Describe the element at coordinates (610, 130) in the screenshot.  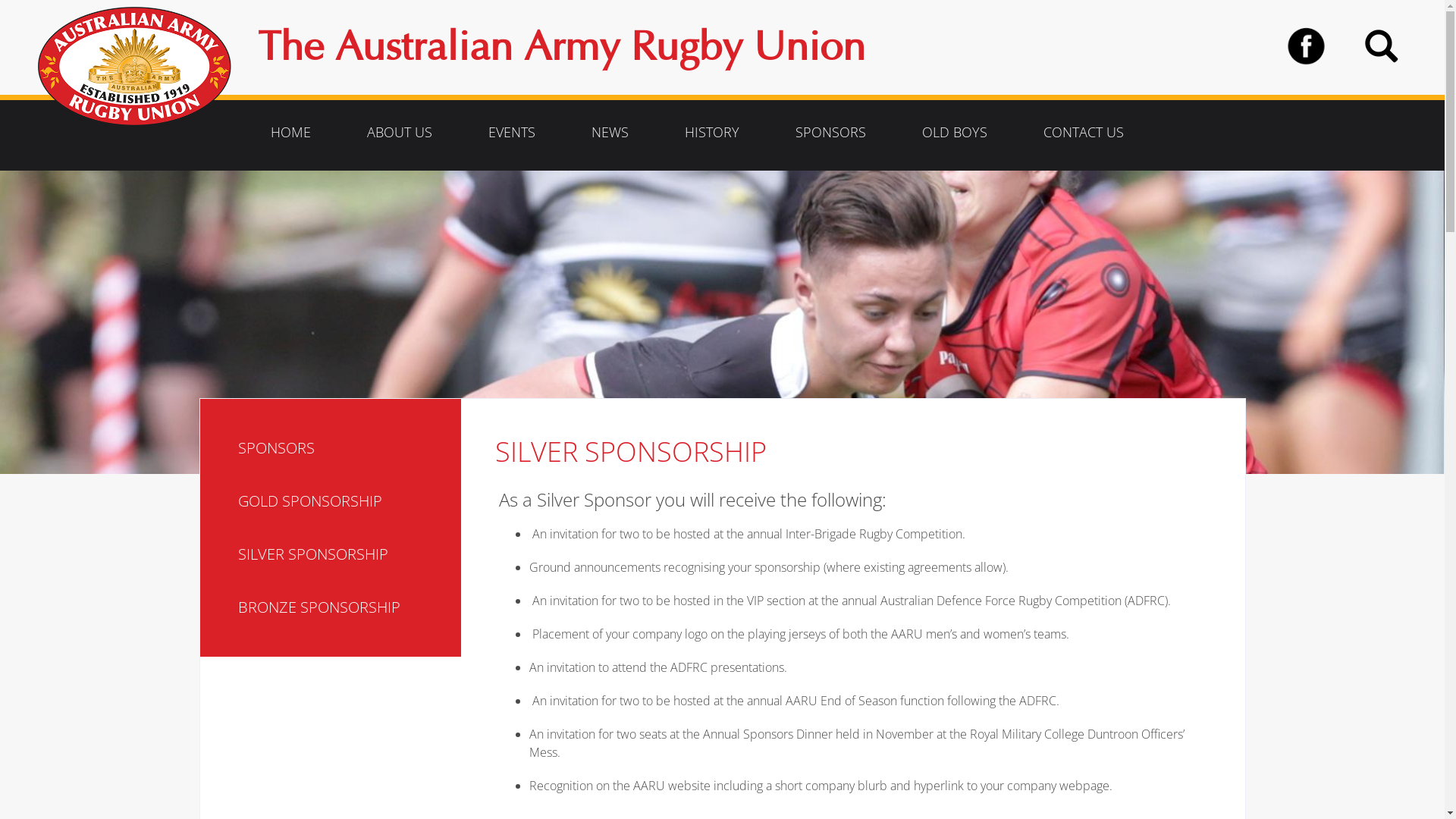
I see `'NEWS'` at that location.